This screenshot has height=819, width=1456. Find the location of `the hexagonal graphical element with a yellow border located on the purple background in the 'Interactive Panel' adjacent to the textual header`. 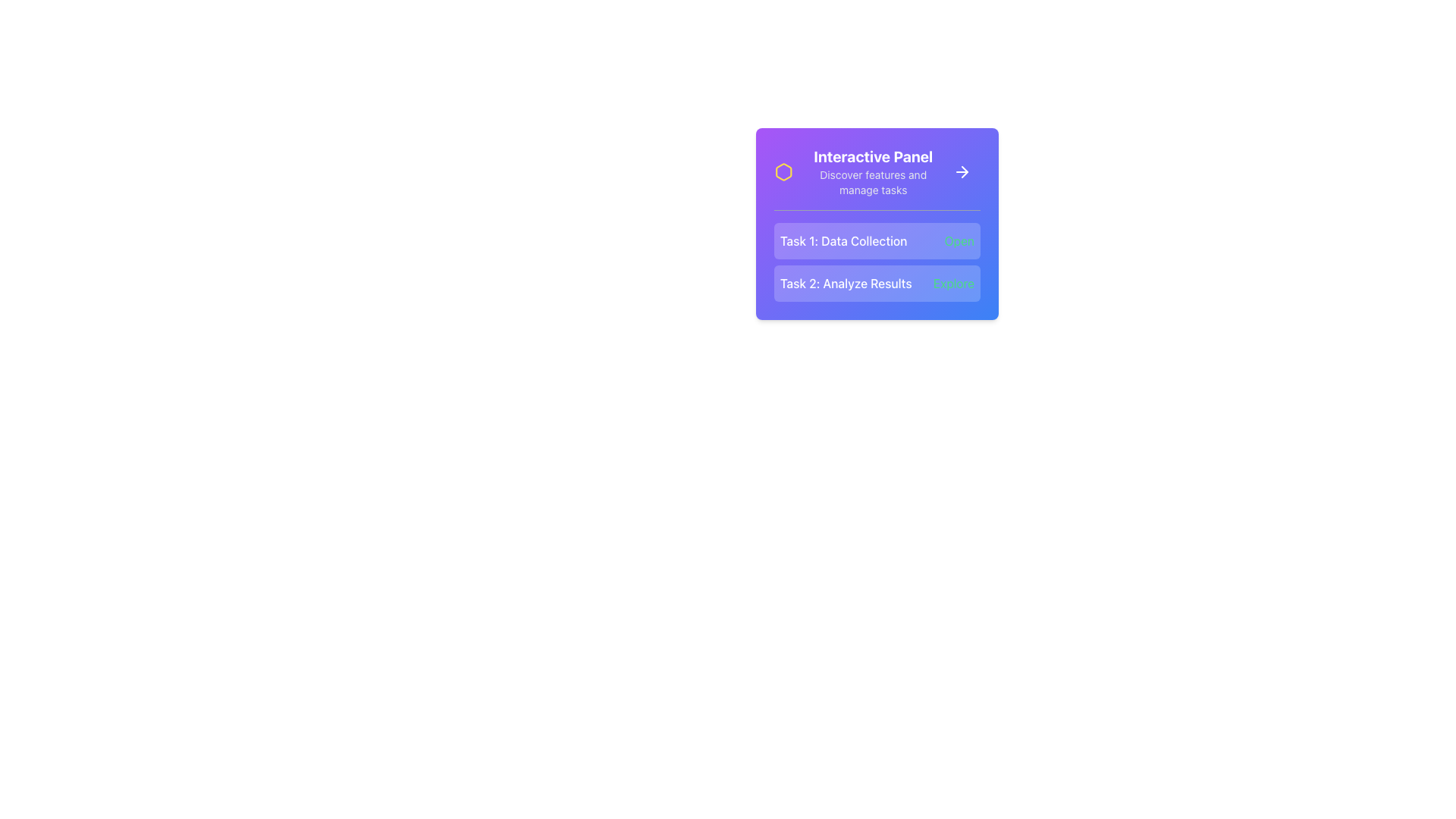

the hexagonal graphical element with a yellow border located on the purple background in the 'Interactive Panel' adjacent to the textual header is located at coordinates (783, 171).